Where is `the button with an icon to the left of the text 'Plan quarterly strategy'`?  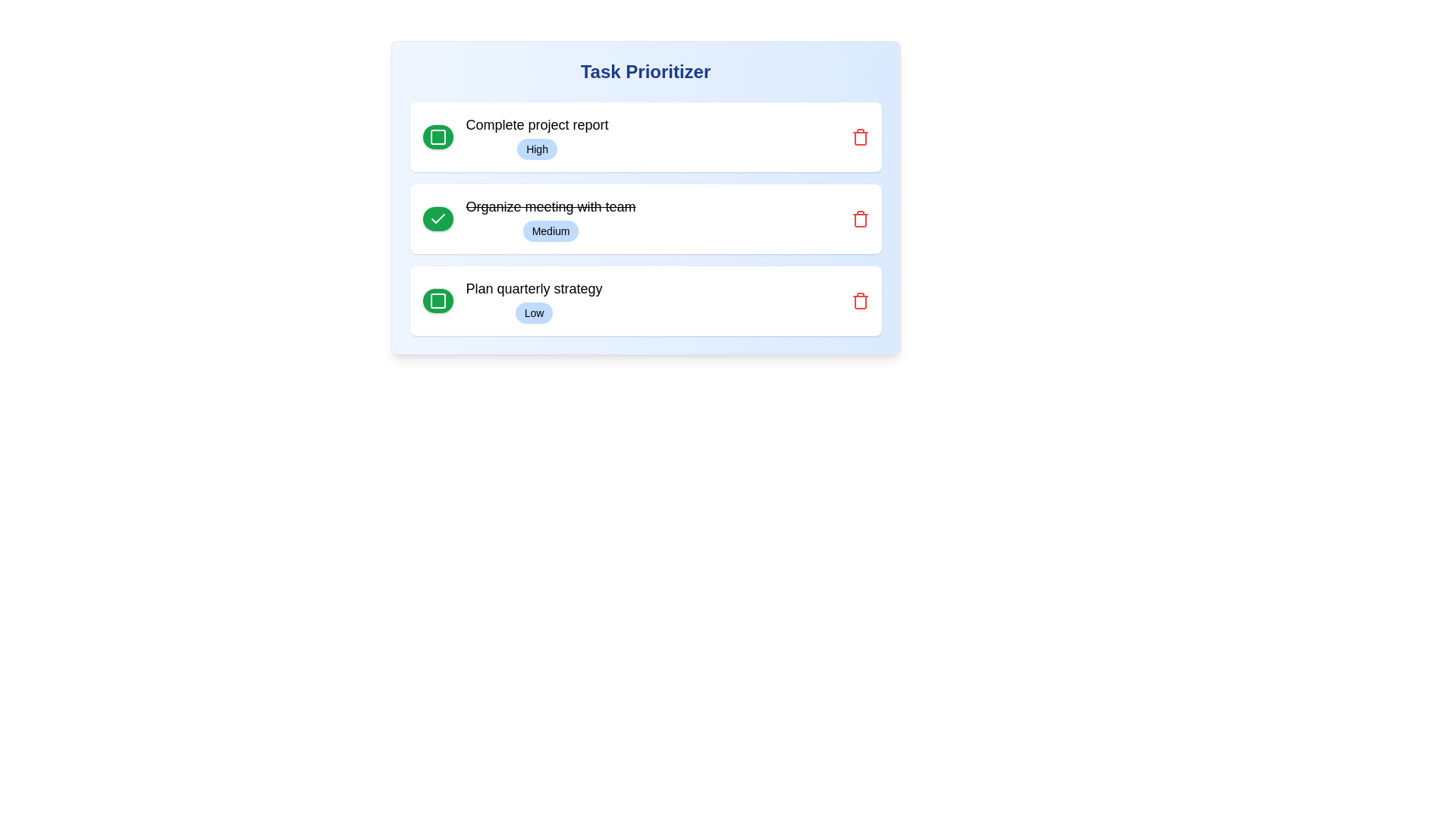
the button with an icon to the left of the text 'Plan quarterly strategy' is located at coordinates (437, 301).